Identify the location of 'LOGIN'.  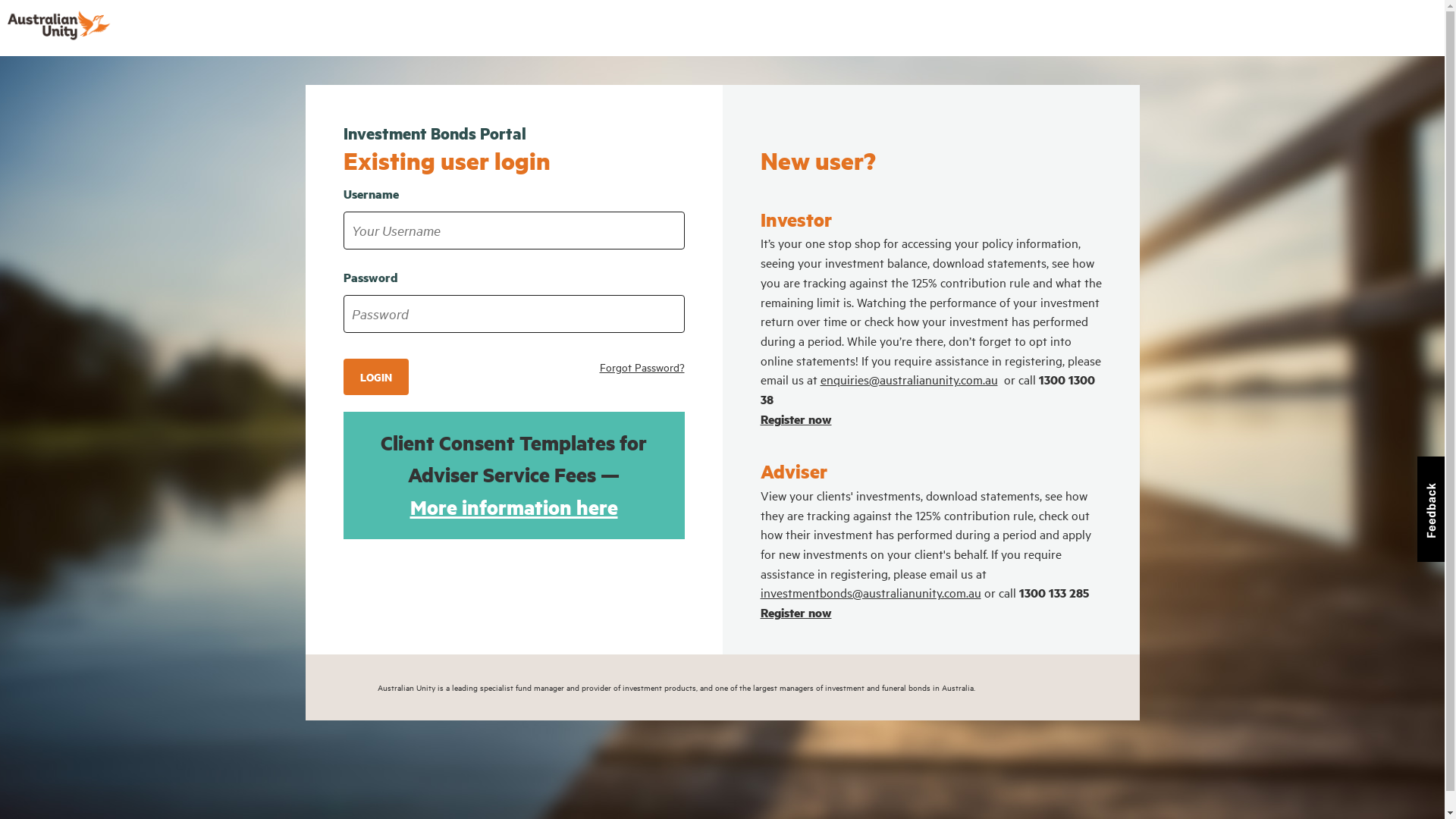
(375, 376).